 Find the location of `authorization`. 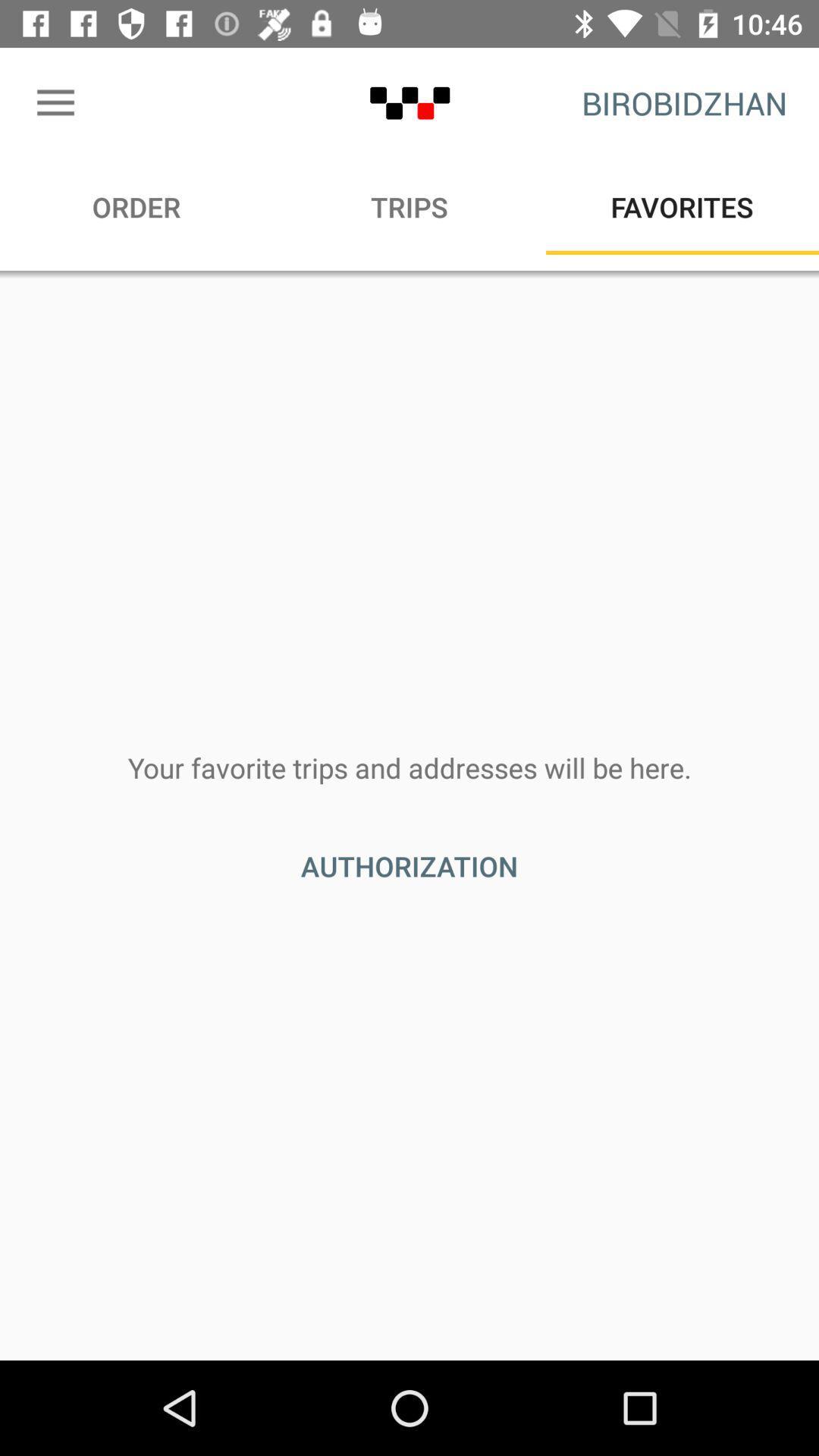

authorization is located at coordinates (409, 866).